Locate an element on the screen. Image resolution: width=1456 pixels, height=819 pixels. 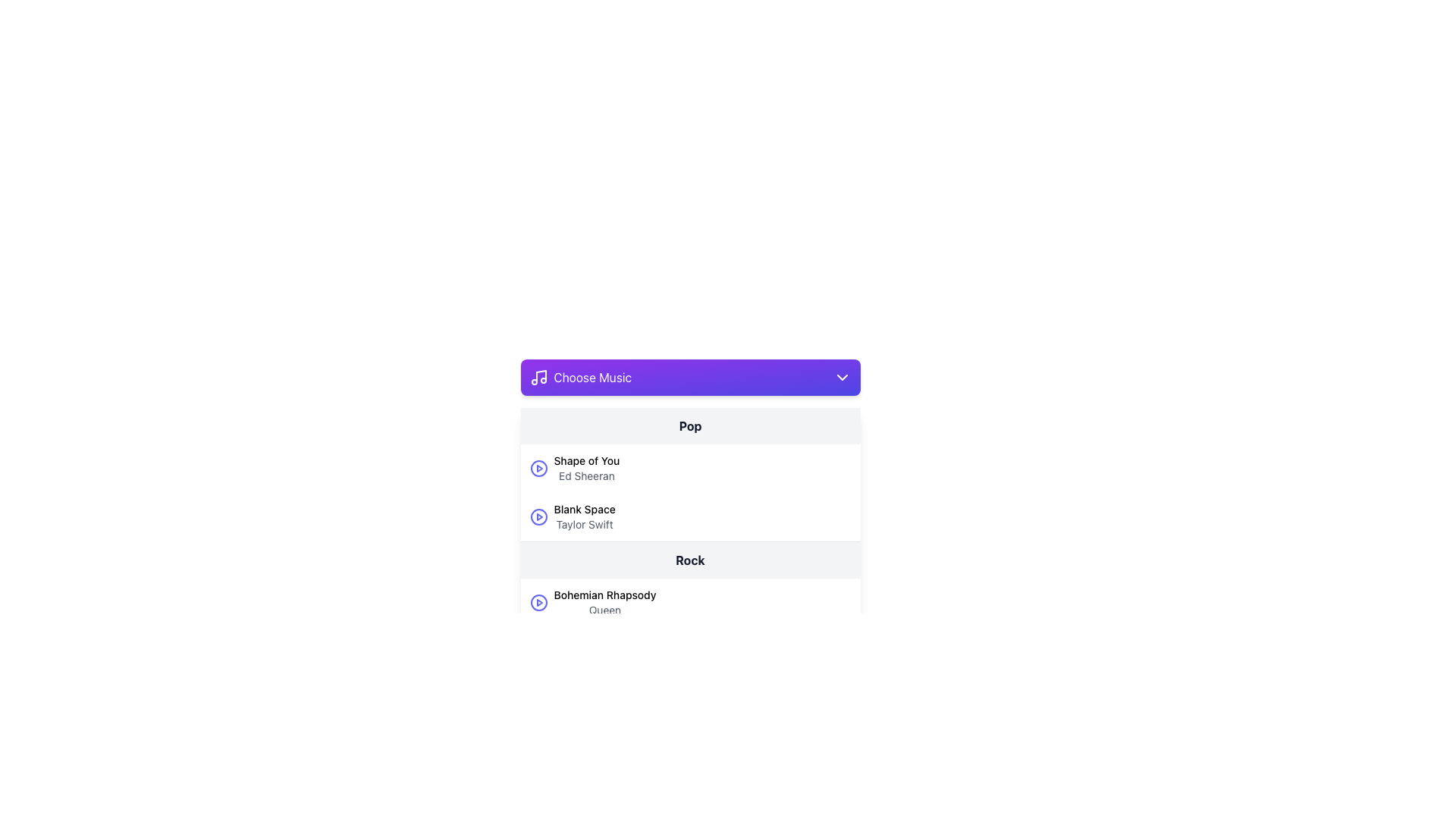
the circular play button with a blue outline next to 'Bohemian Rhapsody' is located at coordinates (538, 601).